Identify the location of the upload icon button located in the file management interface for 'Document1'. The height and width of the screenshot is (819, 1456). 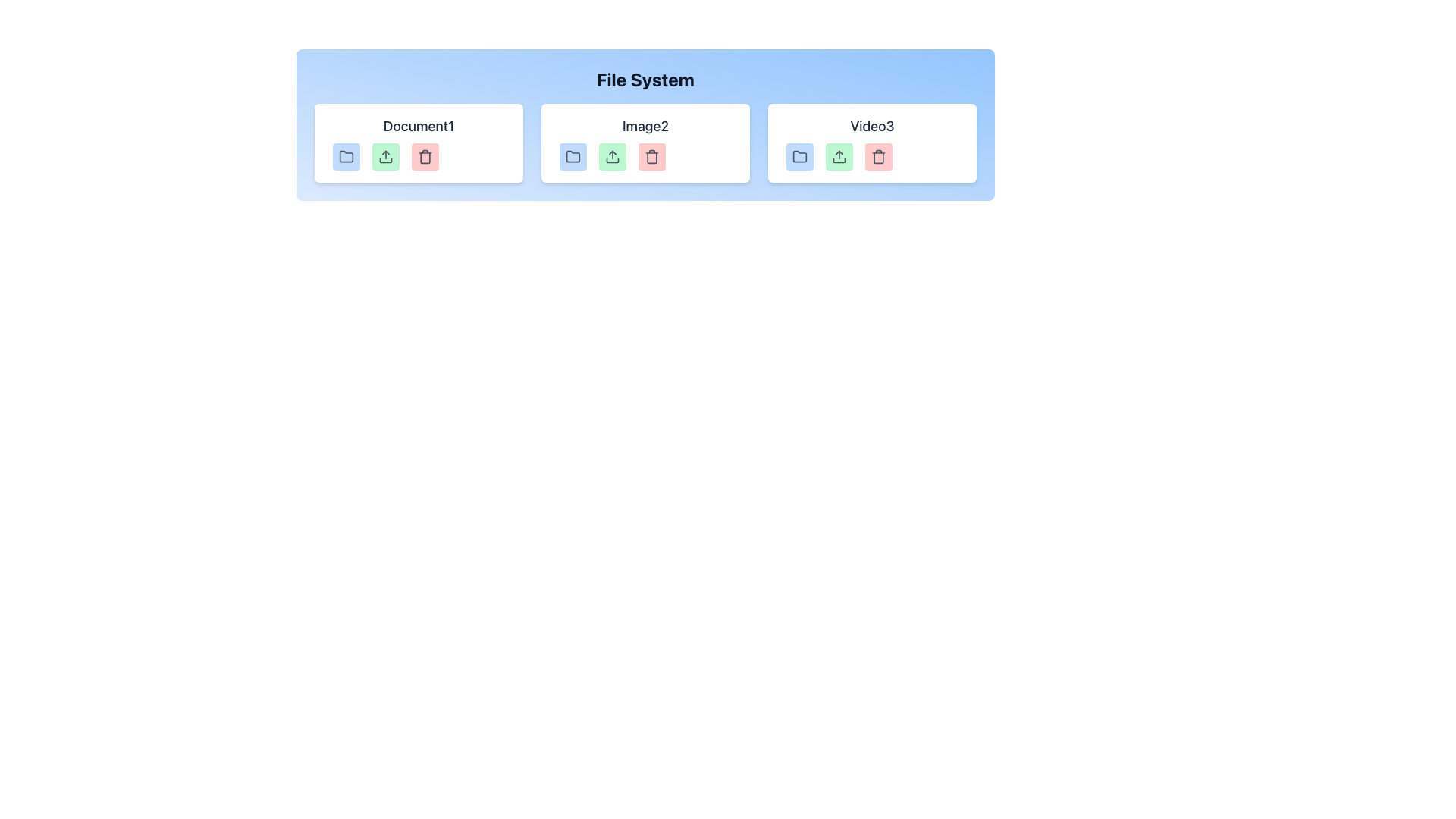
(385, 157).